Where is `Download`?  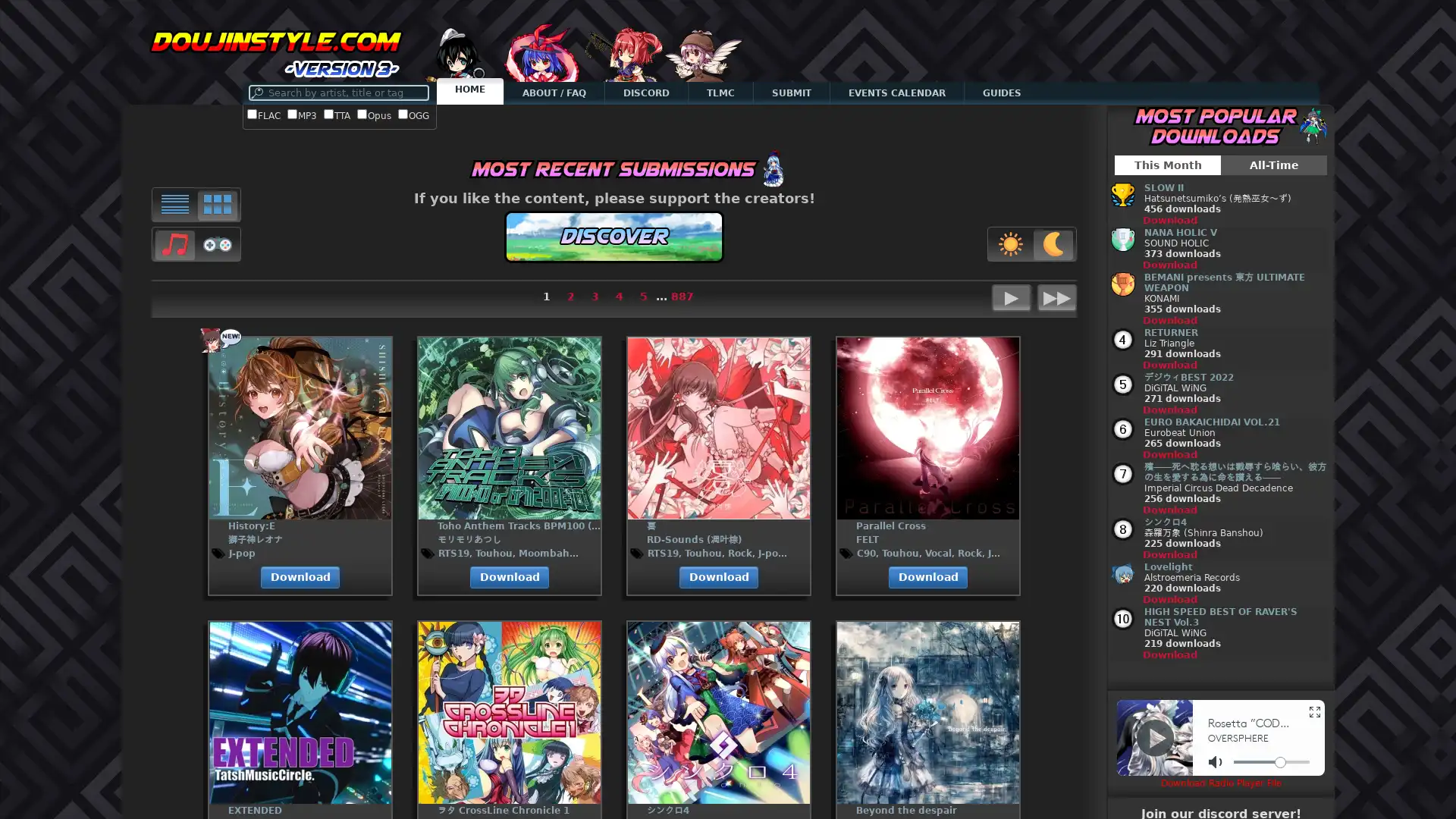 Download is located at coordinates (1169, 319).